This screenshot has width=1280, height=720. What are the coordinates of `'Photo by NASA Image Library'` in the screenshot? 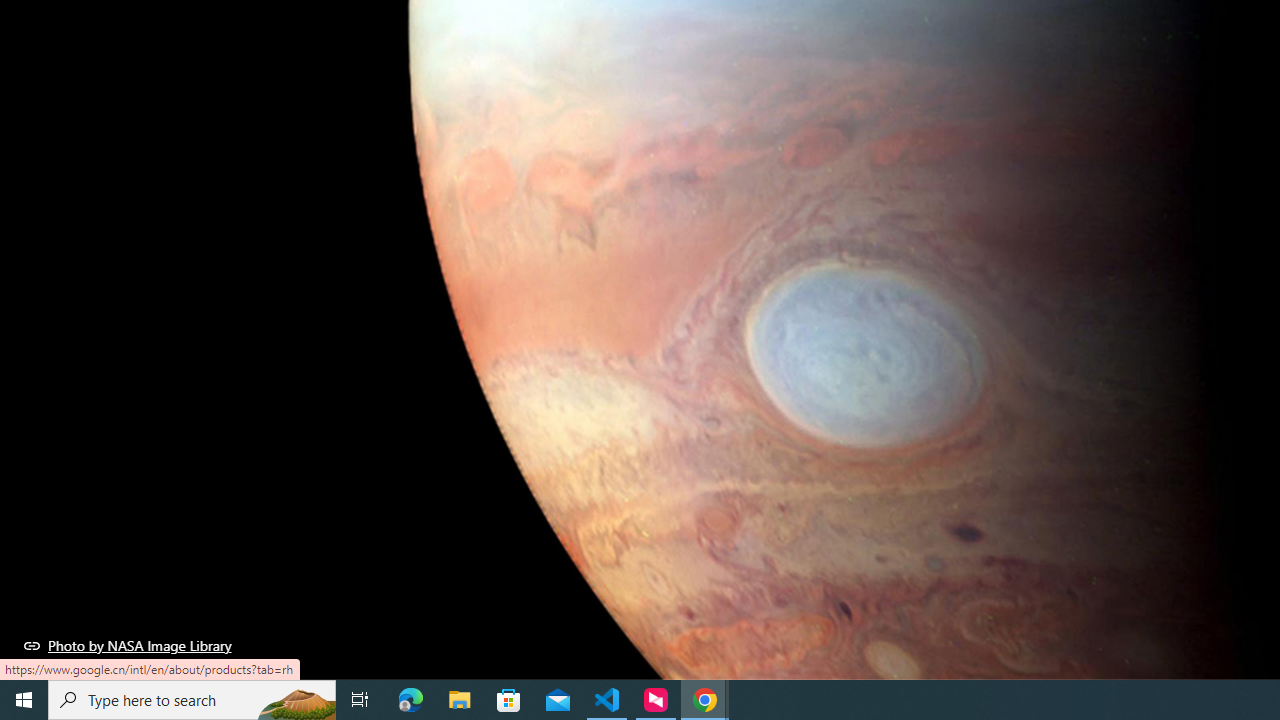 It's located at (127, 645).